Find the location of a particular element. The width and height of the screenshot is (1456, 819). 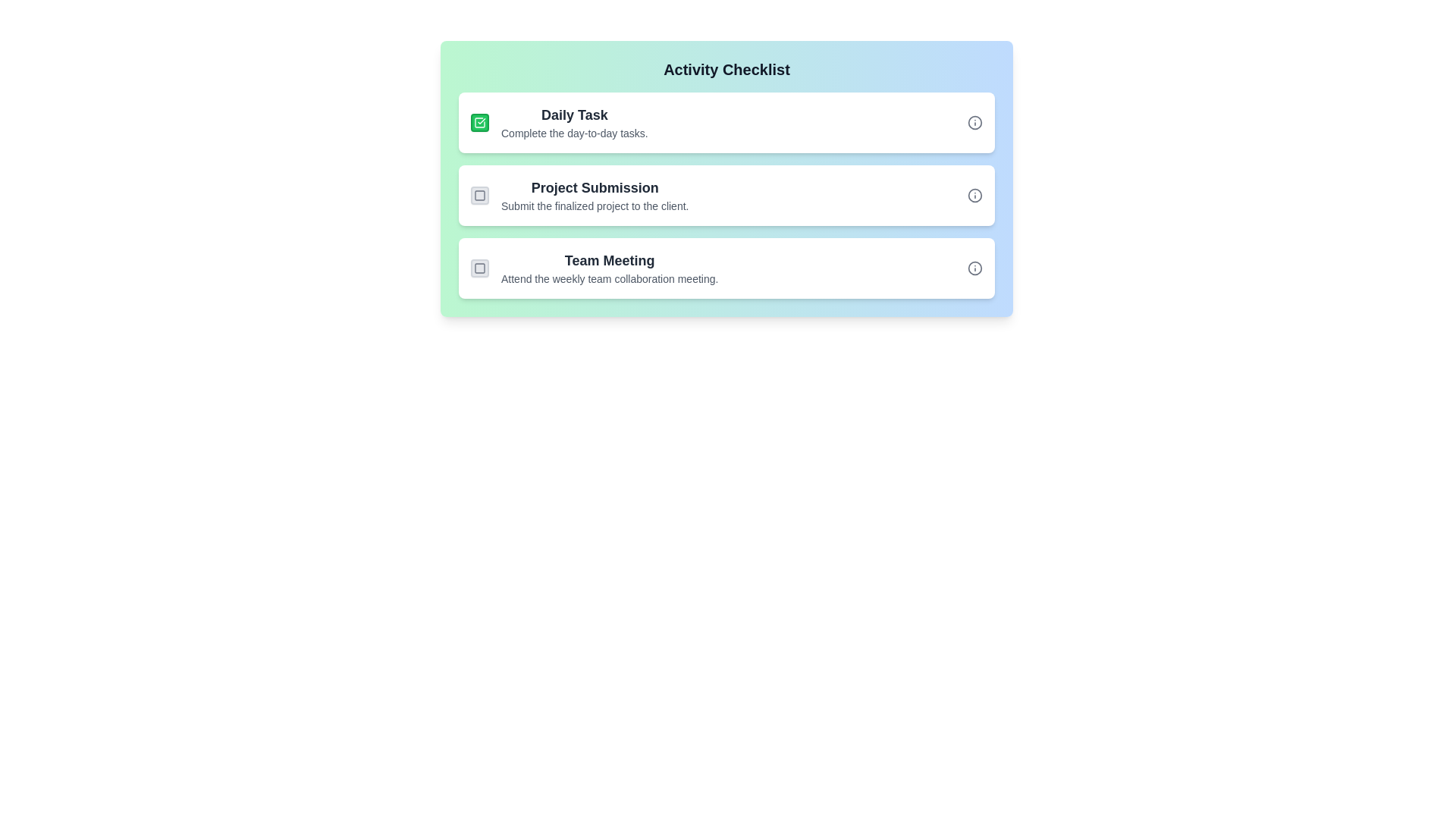

the header or title text of the first task card in the activity checklist interface, which serves to identify the context of the task is located at coordinates (573, 114).